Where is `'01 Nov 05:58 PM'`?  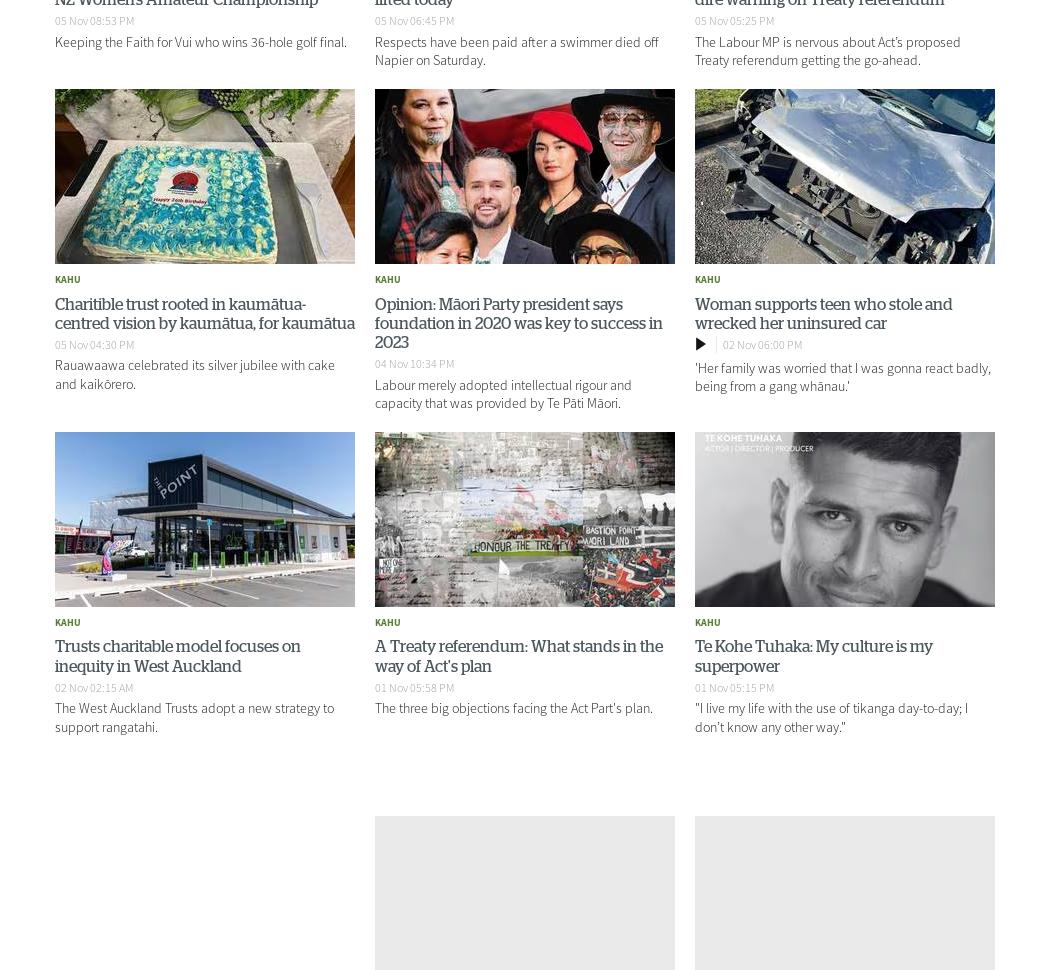
'01 Nov 05:58 PM' is located at coordinates (412, 686).